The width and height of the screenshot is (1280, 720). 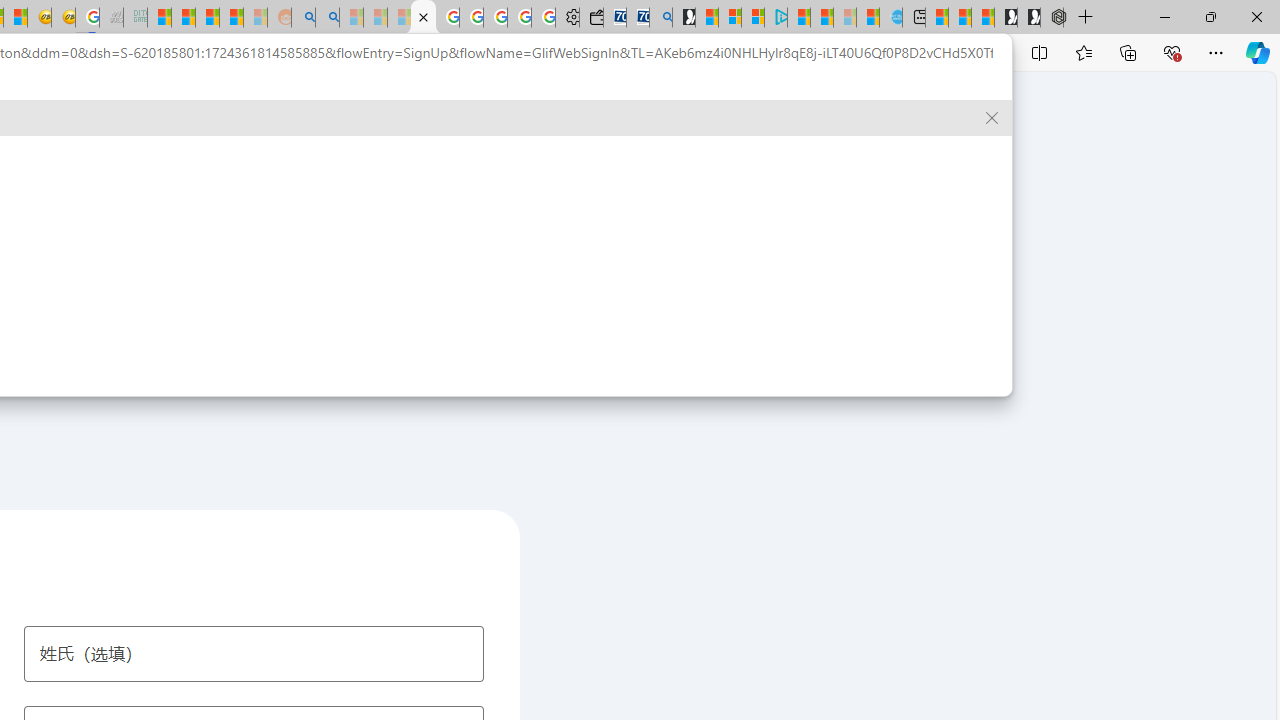 I want to click on 'Student Loan Update: Forgiveness Program Ends This Month', so click(x=231, y=17).